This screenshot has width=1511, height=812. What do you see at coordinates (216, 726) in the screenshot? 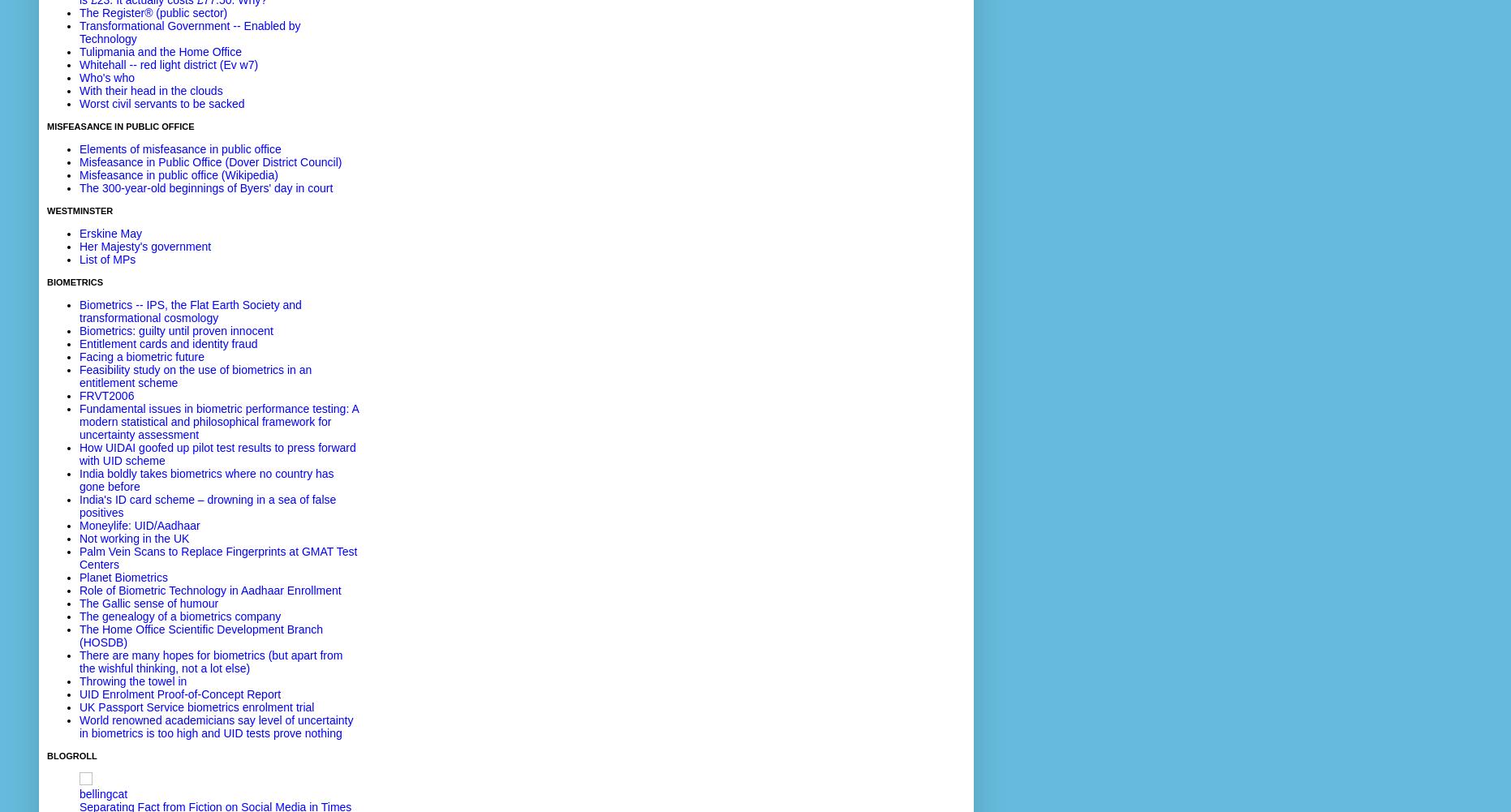
I see `'World renowned academicians say level of uncertainty in biometrics is too high and UID tests prove nothing'` at bounding box center [216, 726].